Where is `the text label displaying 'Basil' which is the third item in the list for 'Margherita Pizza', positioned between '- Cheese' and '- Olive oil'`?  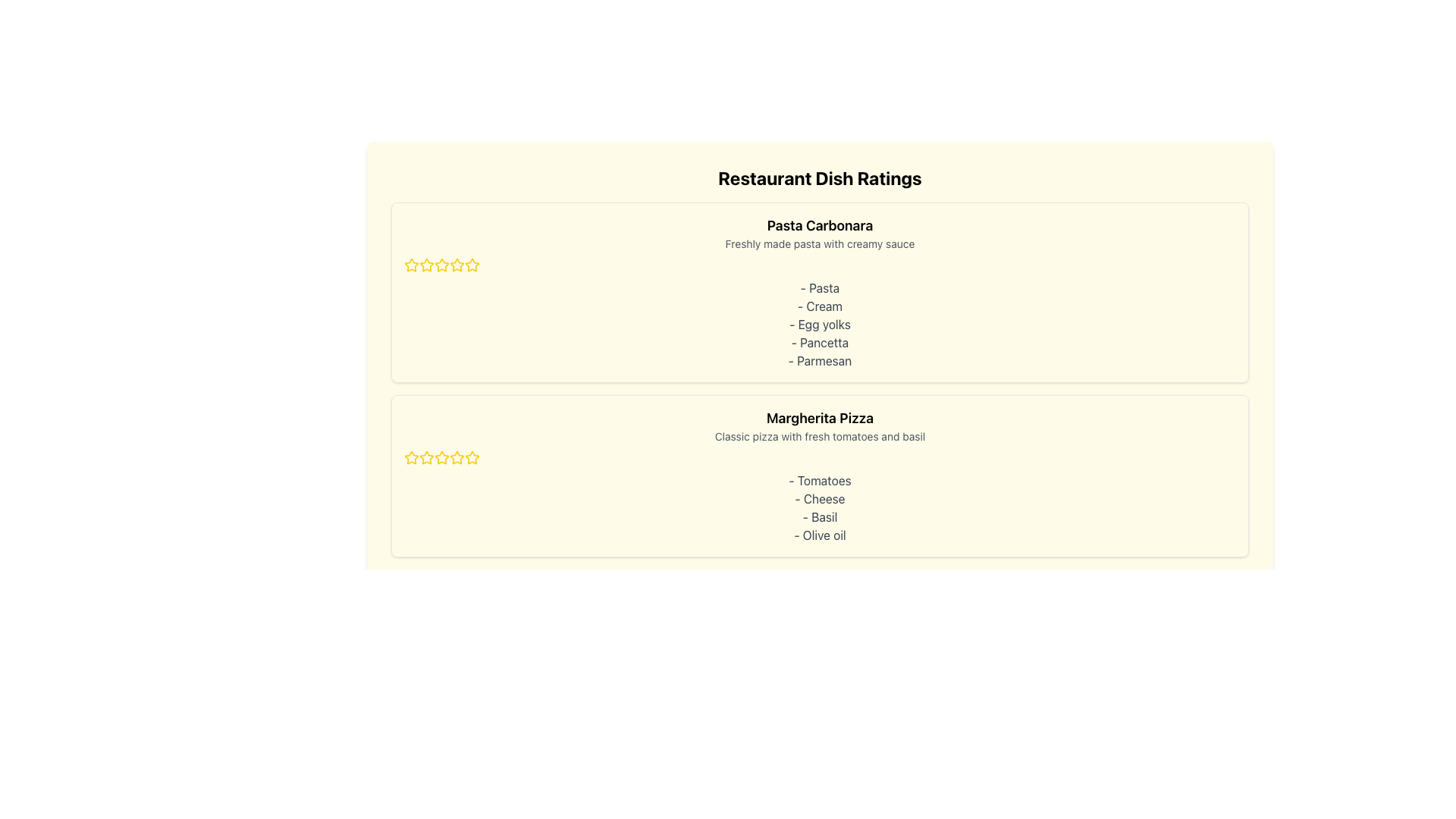 the text label displaying 'Basil' which is the third item in the list for 'Margherita Pizza', positioned between '- Cheese' and '- Olive oil' is located at coordinates (819, 516).